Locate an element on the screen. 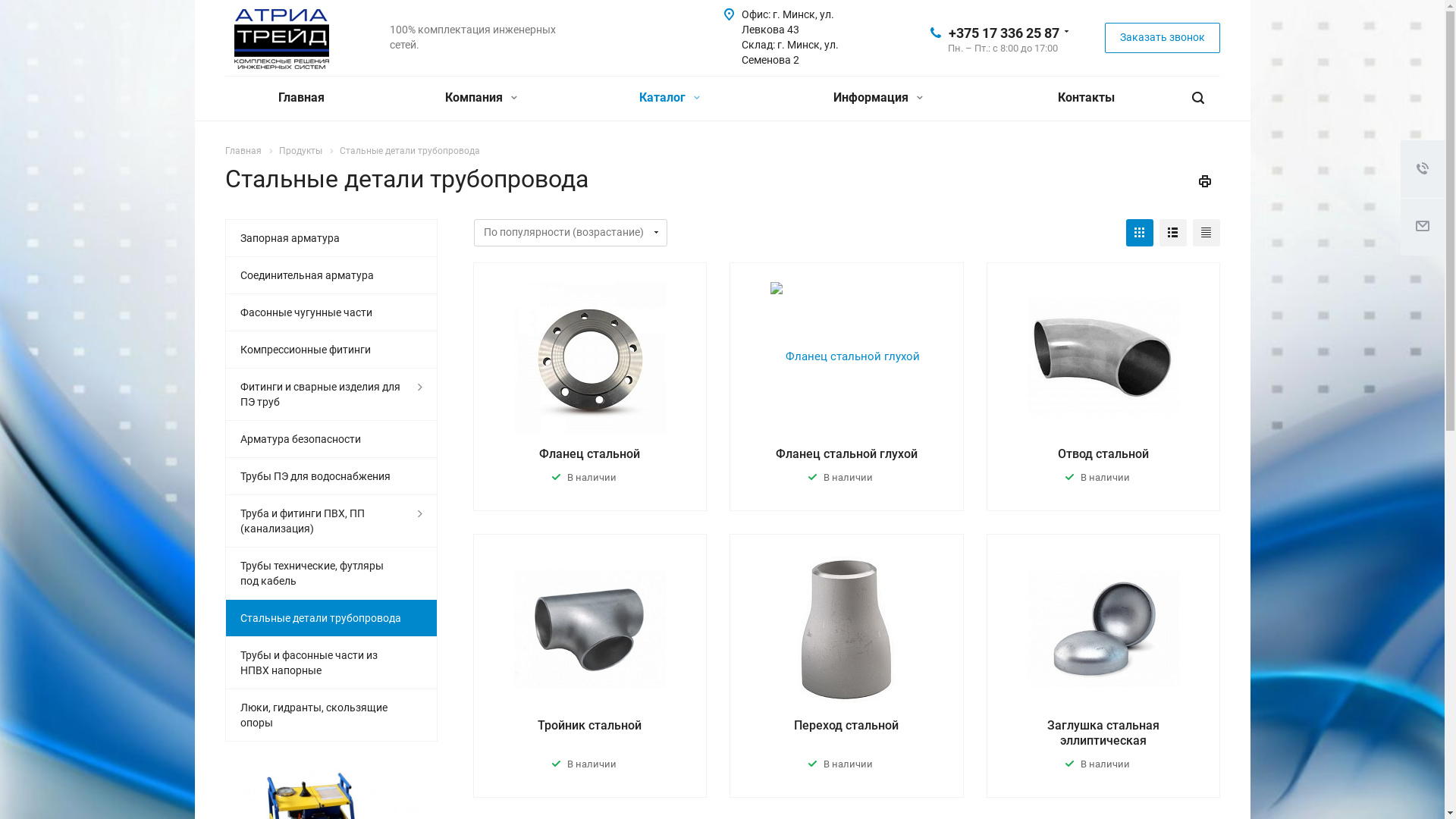 This screenshot has height=819, width=1456. '+375 17 336 25 87' is located at coordinates (1003, 32).